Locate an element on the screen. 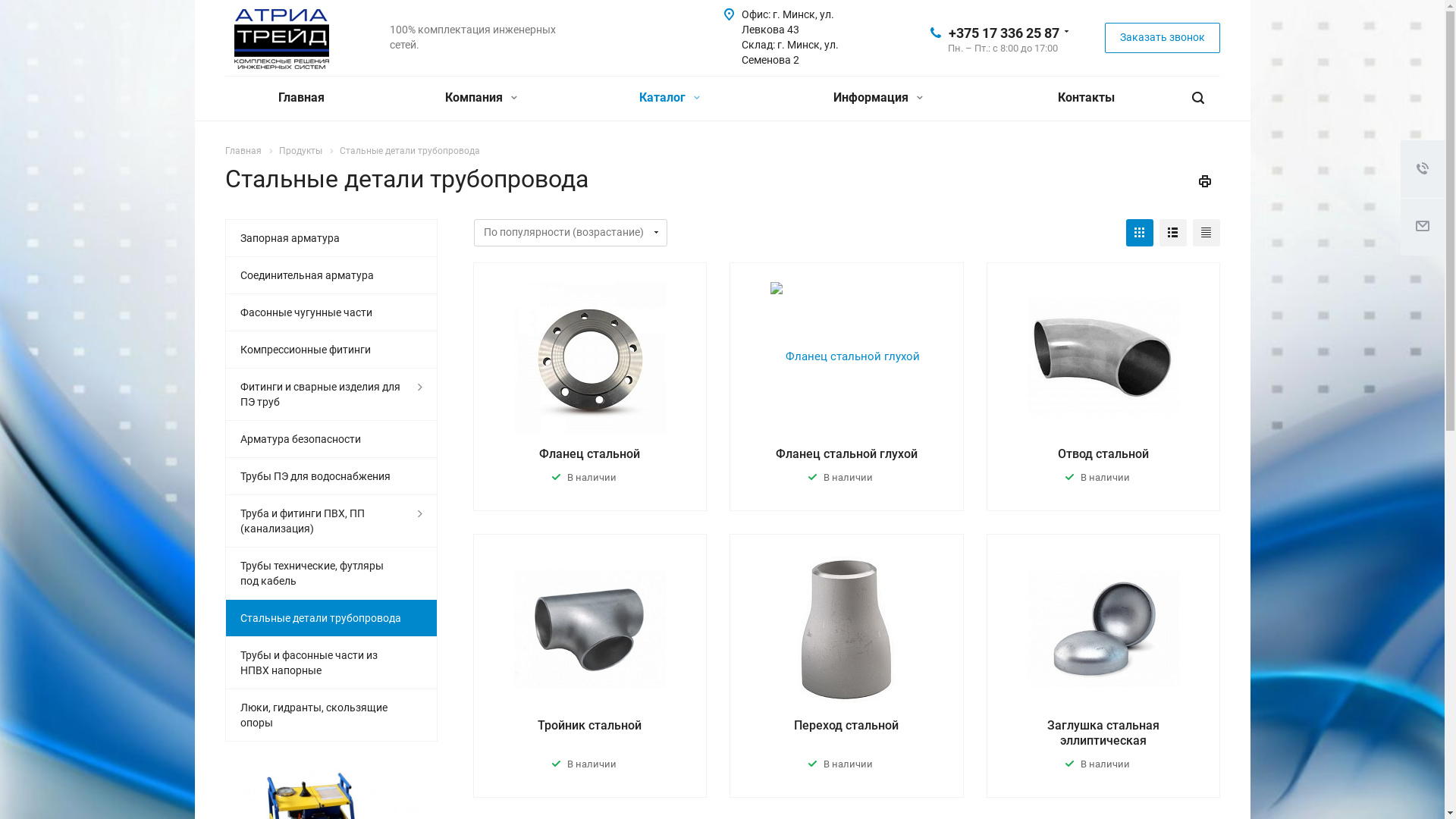 This screenshot has height=819, width=1456. '+375 17 336 25 87' is located at coordinates (1003, 32).